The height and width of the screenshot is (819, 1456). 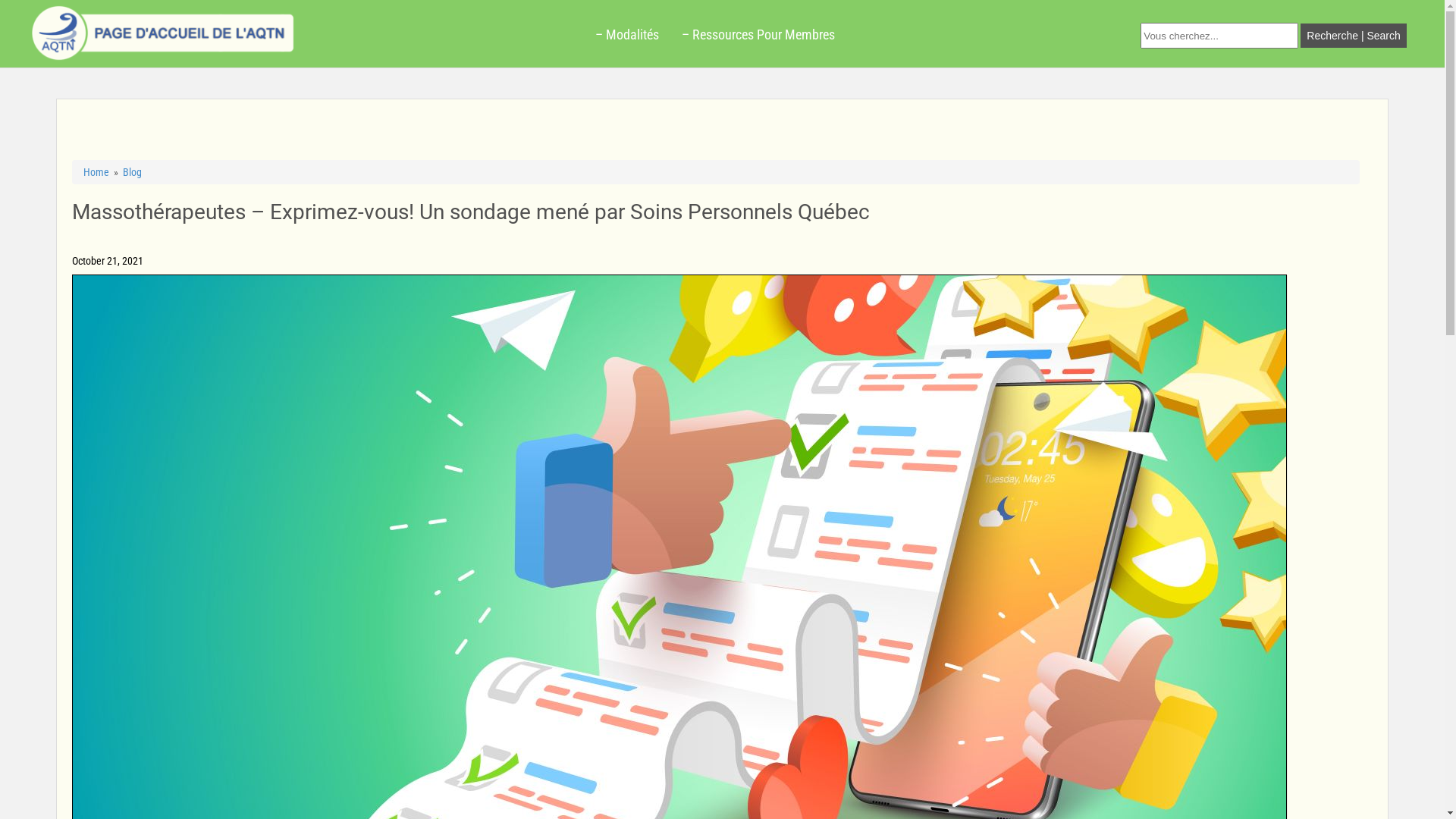 I want to click on 'Home', so click(x=95, y=171).